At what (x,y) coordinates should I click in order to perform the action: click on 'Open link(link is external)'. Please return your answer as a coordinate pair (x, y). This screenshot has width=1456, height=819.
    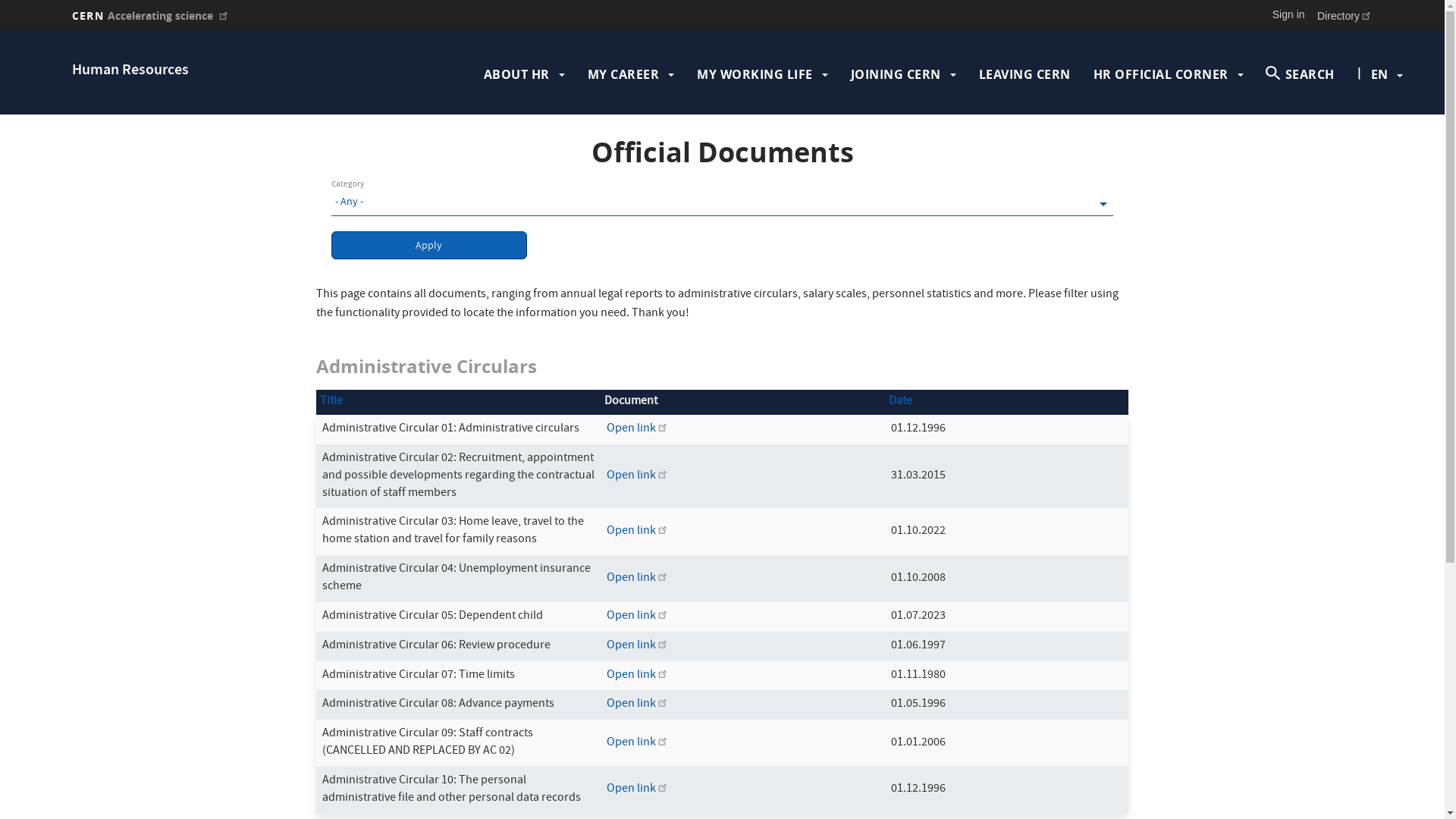
    Looking at the image, I should click on (637, 646).